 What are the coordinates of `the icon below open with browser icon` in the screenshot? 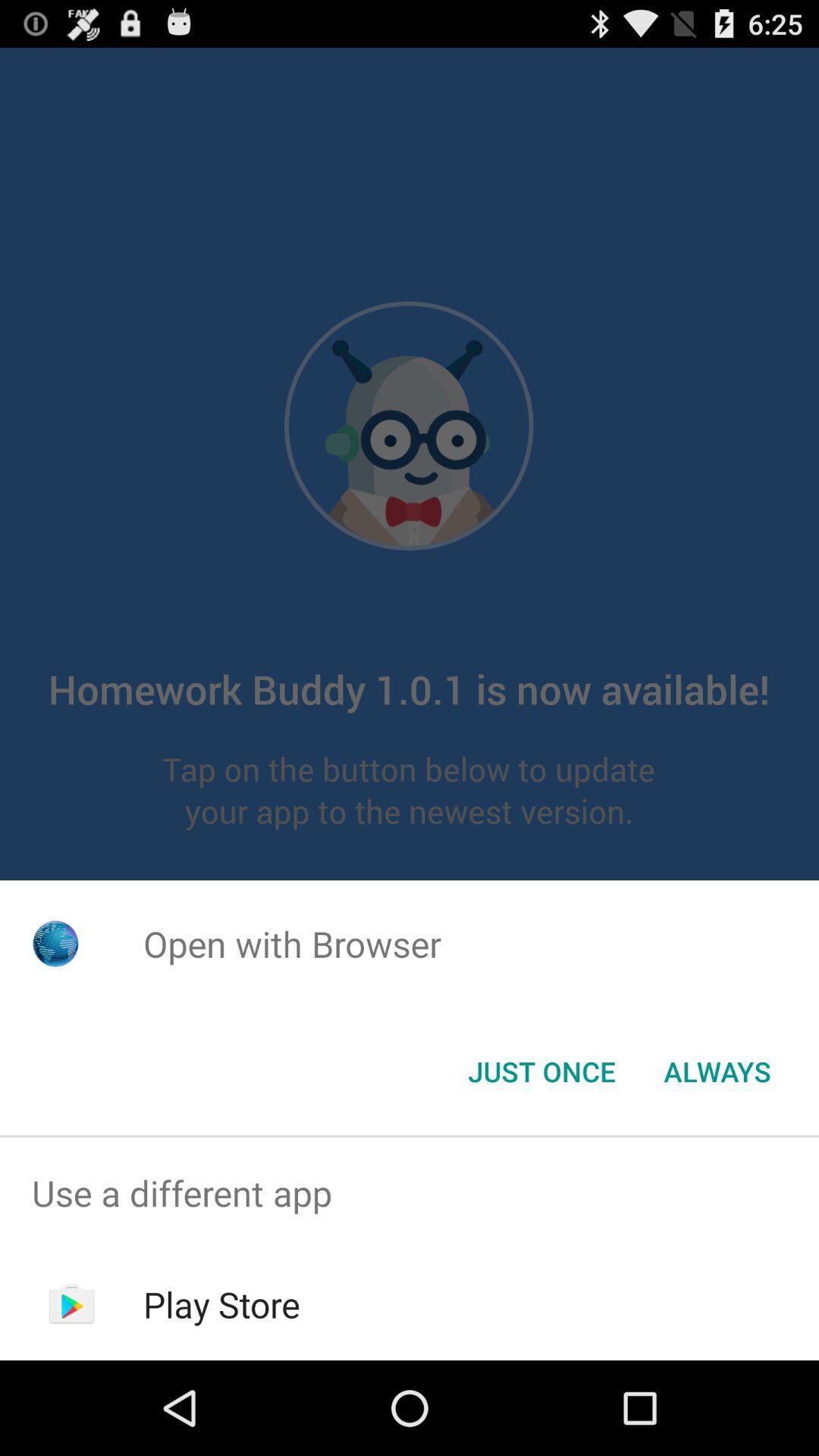 It's located at (541, 1070).